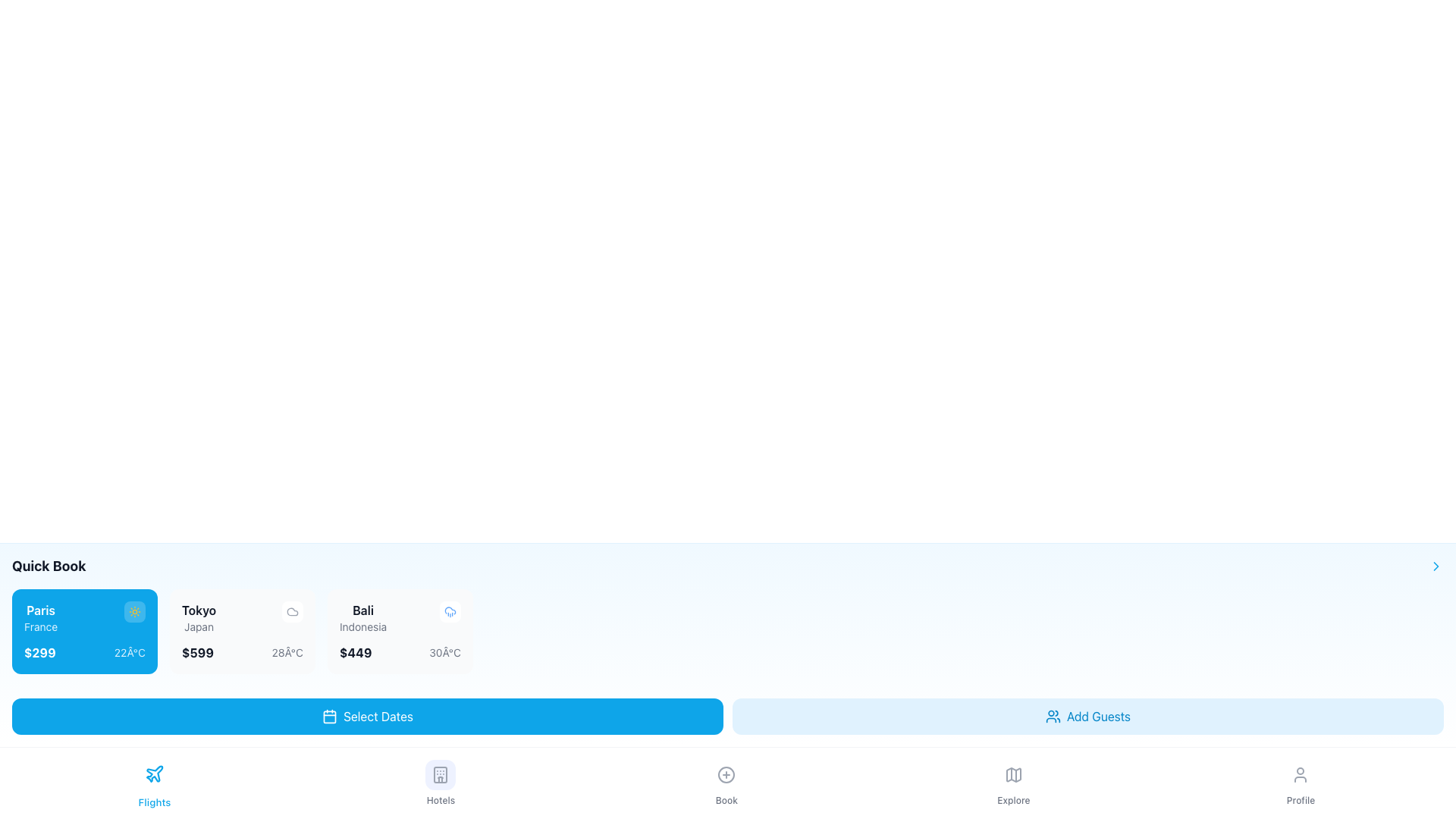 The height and width of the screenshot is (819, 1456). What do you see at coordinates (450, 610) in the screenshot?
I see `the weather indicator icon button located at the top-right corner of the card labeled 'Bali'` at bounding box center [450, 610].